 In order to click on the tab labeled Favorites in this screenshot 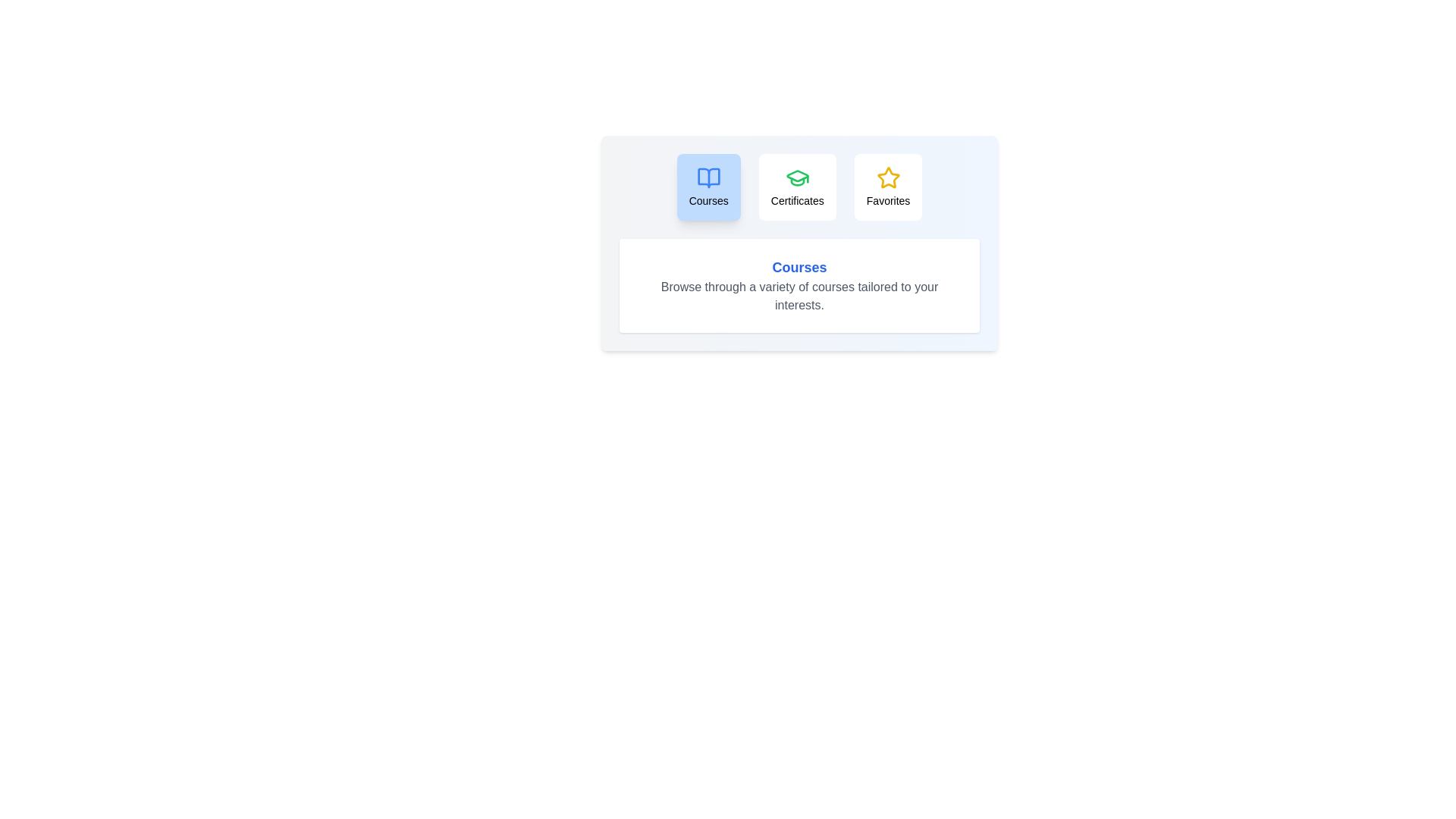, I will do `click(888, 186)`.